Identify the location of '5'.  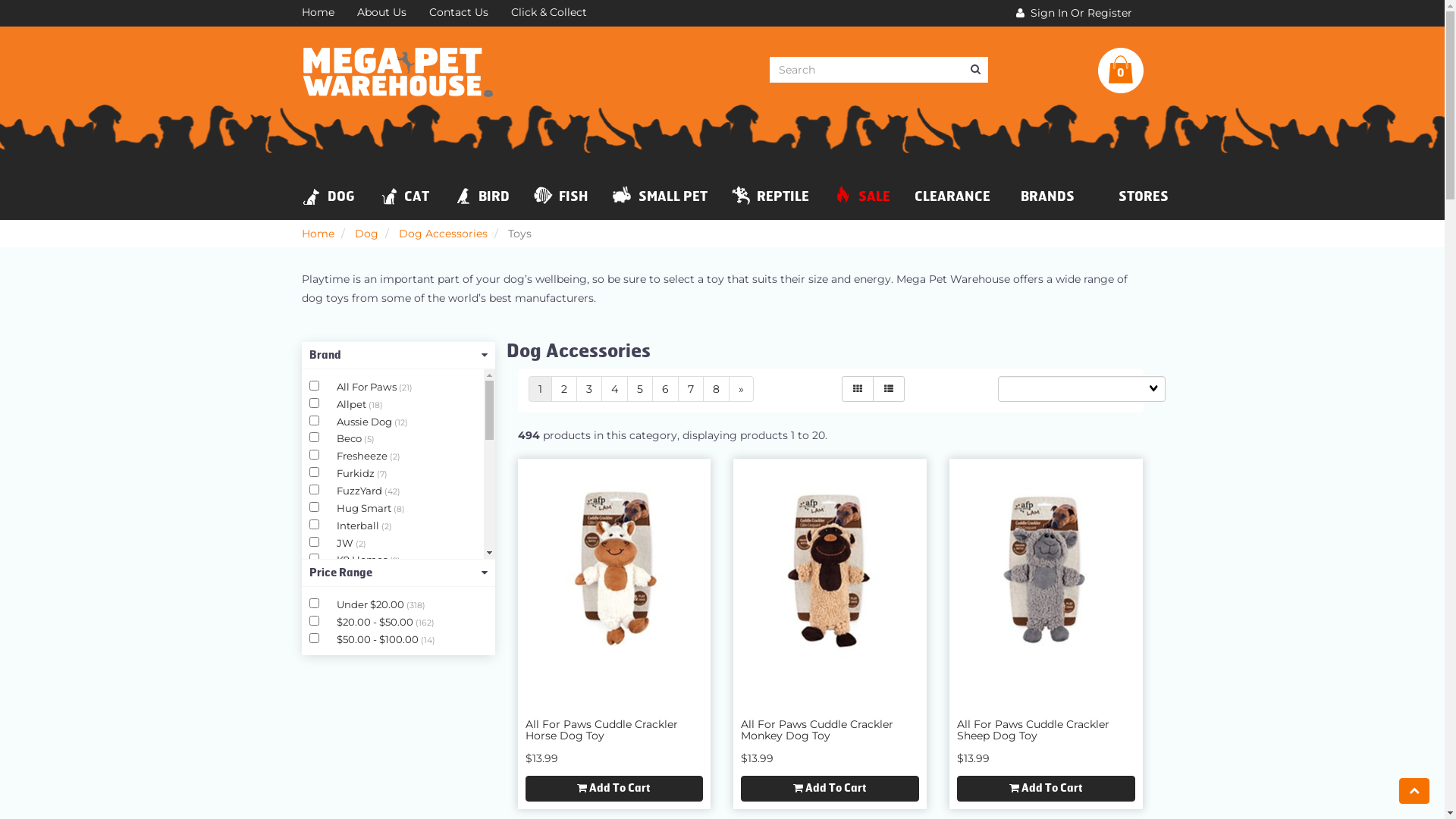
(626, 388).